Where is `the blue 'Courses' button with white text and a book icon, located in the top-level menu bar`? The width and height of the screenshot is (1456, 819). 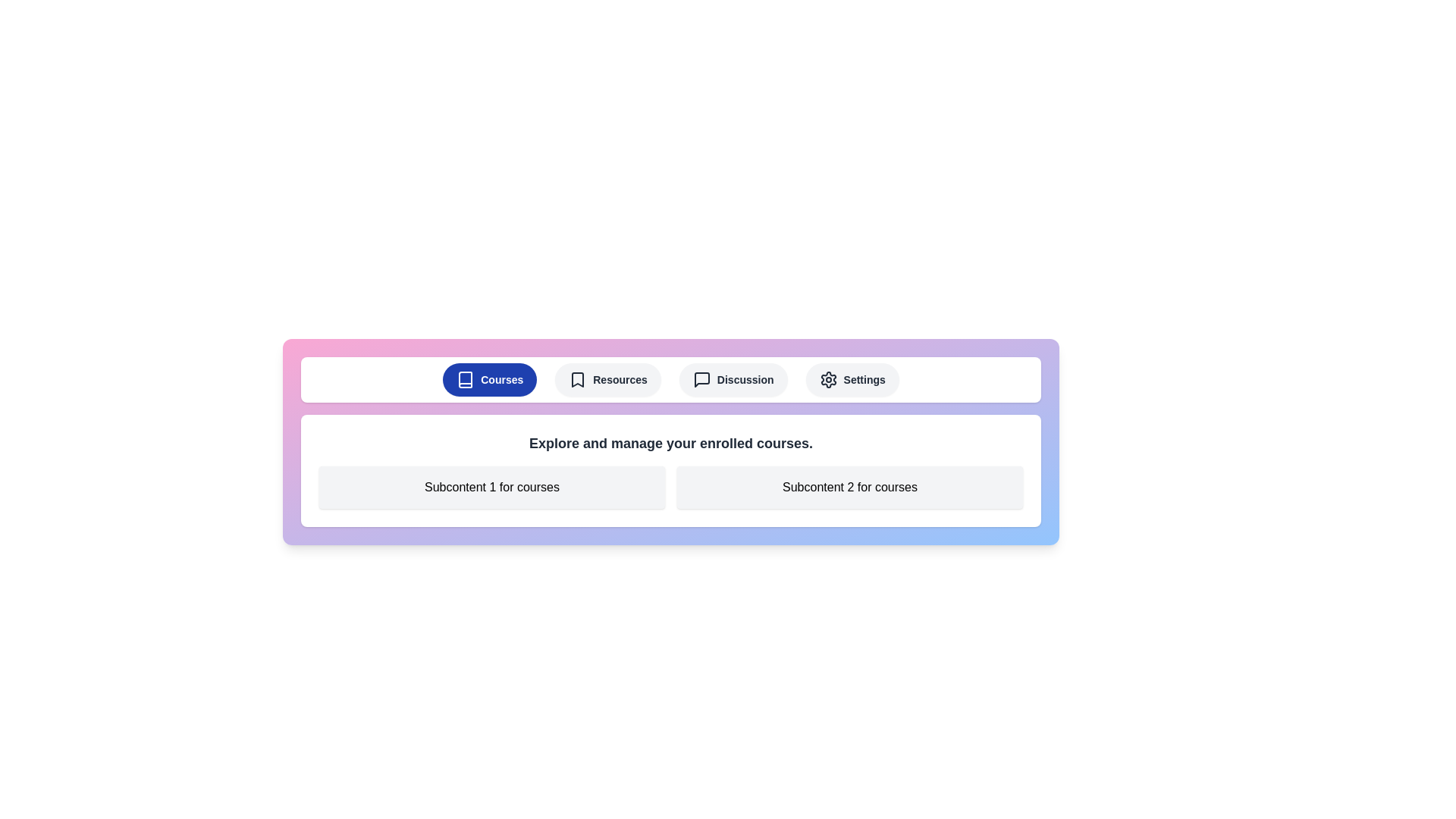 the blue 'Courses' button with white text and a book icon, located in the top-level menu bar is located at coordinates (490, 379).